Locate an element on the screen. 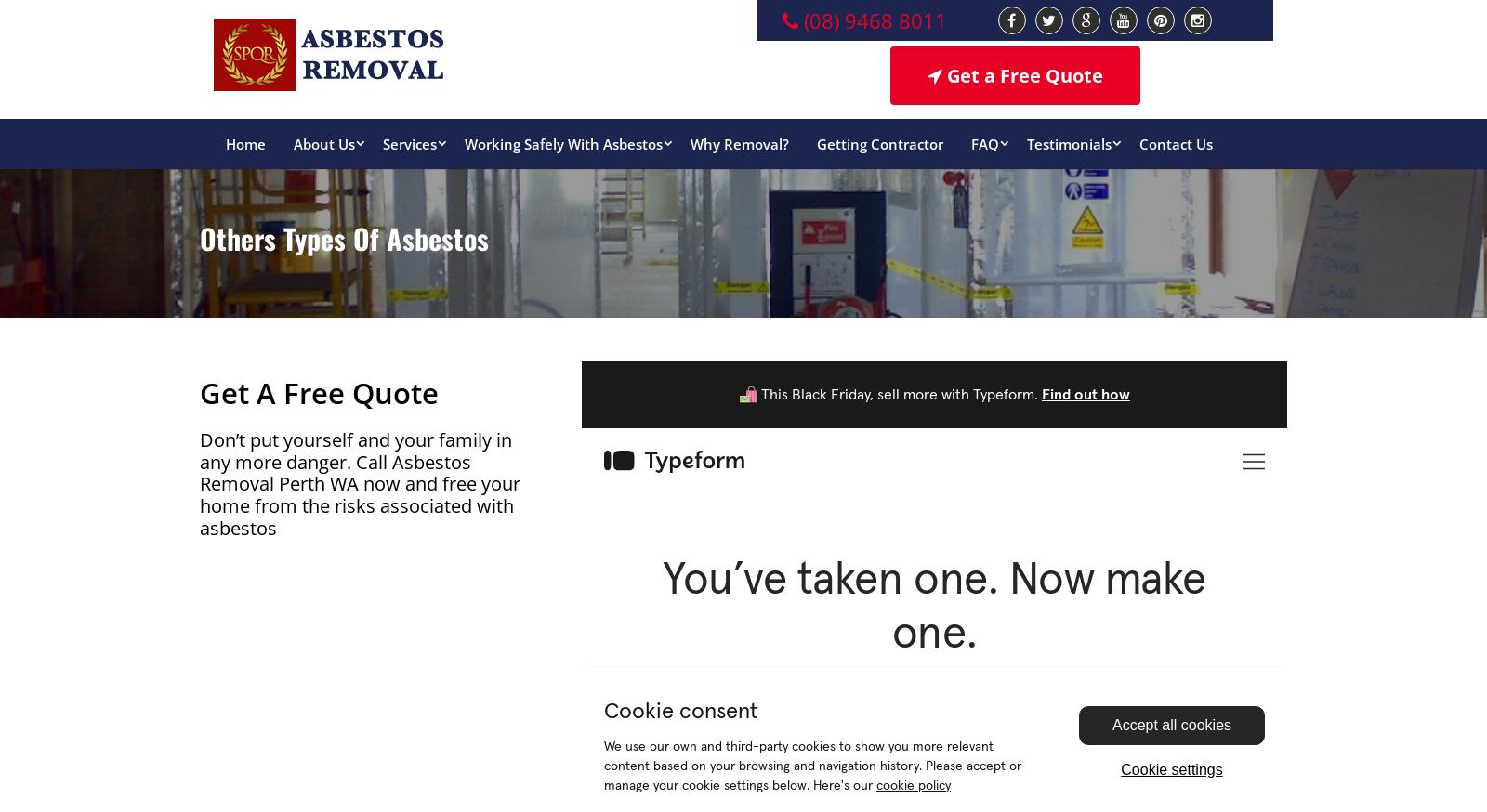 This screenshot has height=812, width=1487. 'Asbestos Fence & Shed Removal' is located at coordinates (463, 573).